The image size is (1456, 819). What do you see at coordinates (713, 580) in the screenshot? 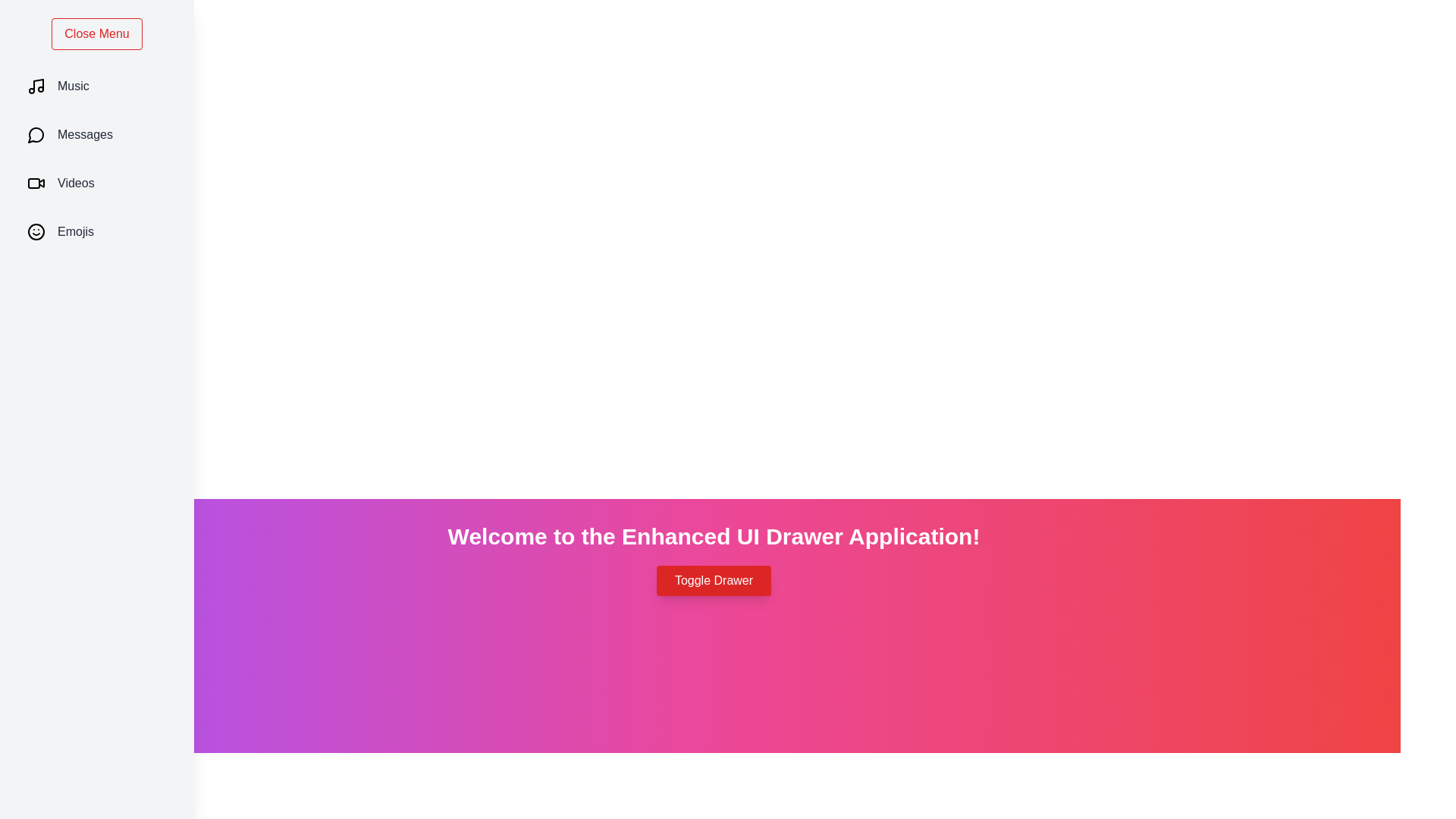
I see `the button labeled 'Toggle Drawer' to toggle the drawer` at bounding box center [713, 580].